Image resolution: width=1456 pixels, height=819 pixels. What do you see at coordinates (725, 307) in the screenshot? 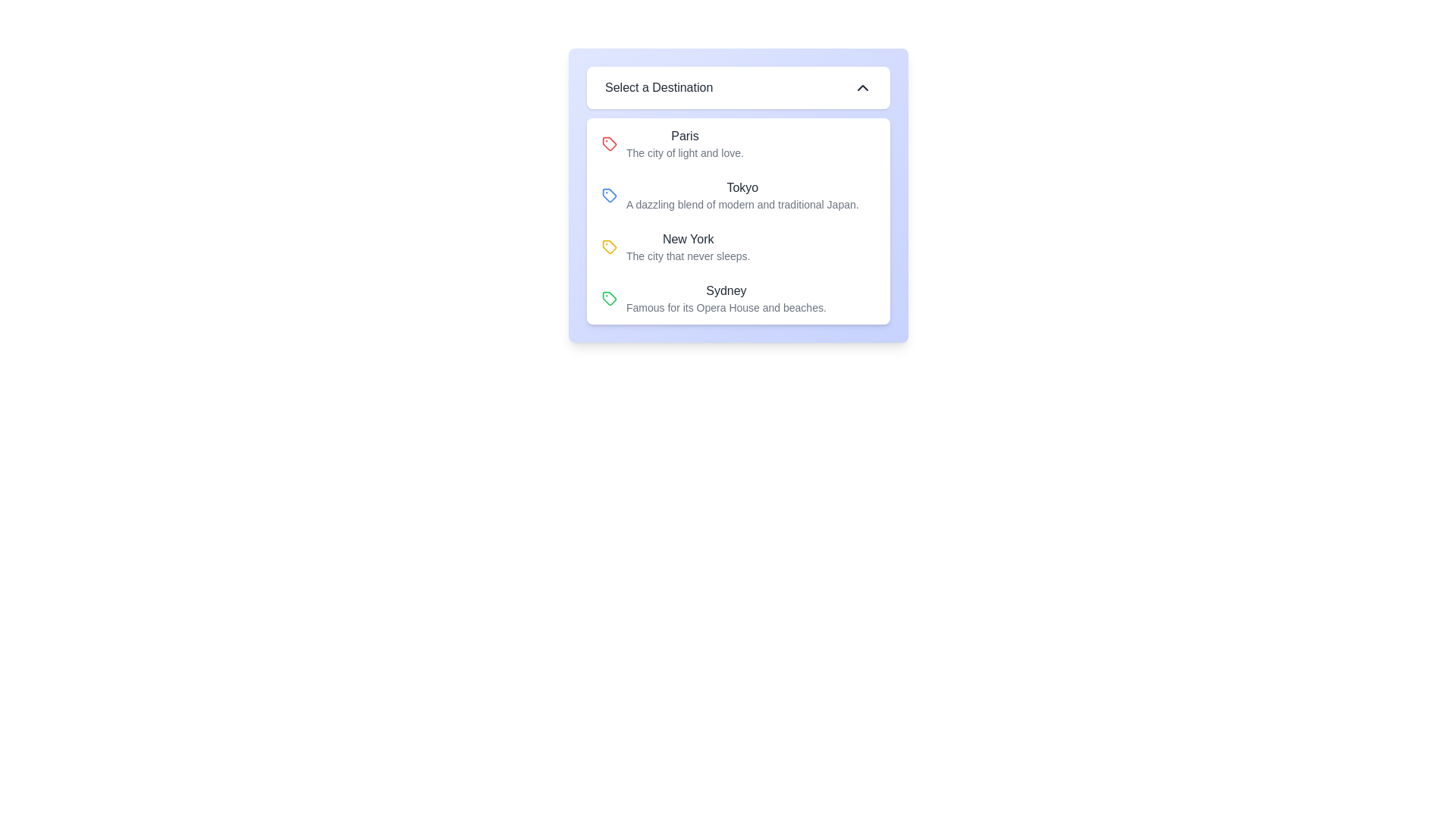
I see `the static text providing additional information about the option 'Sydney' in the dropdown menu, located below the text 'Sydney'` at bounding box center [725, 307].